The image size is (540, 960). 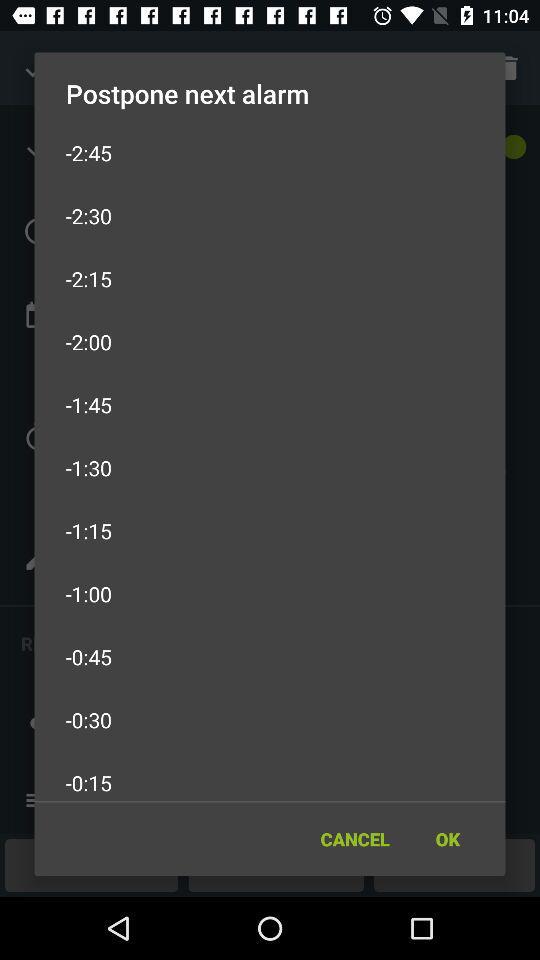 What do you see at coordinates (447, 839) in the screenshot?
I see `the ok icon` at bounding box center [447, 839].